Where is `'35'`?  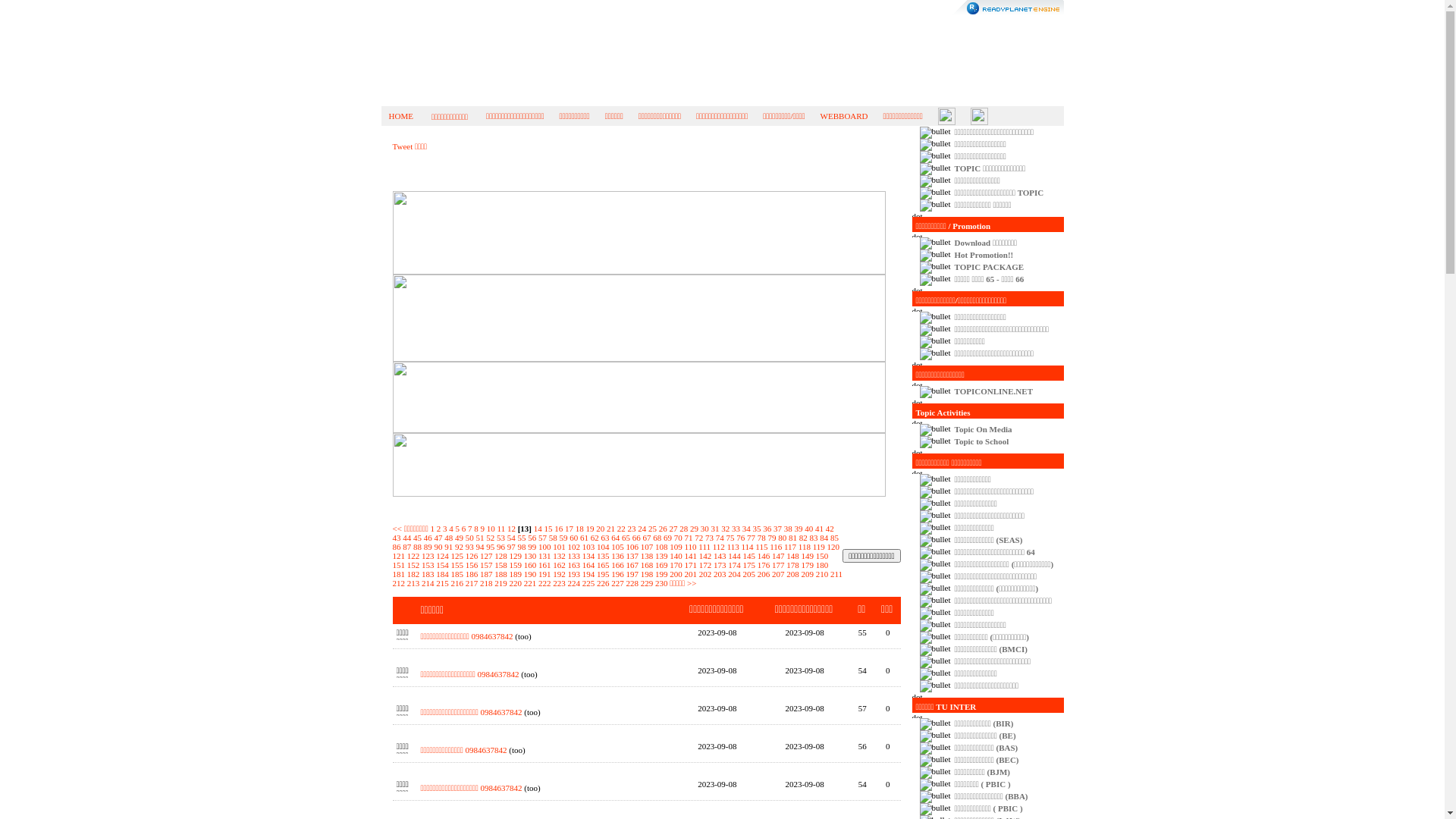
'35' is located at coordinates (756, 528).